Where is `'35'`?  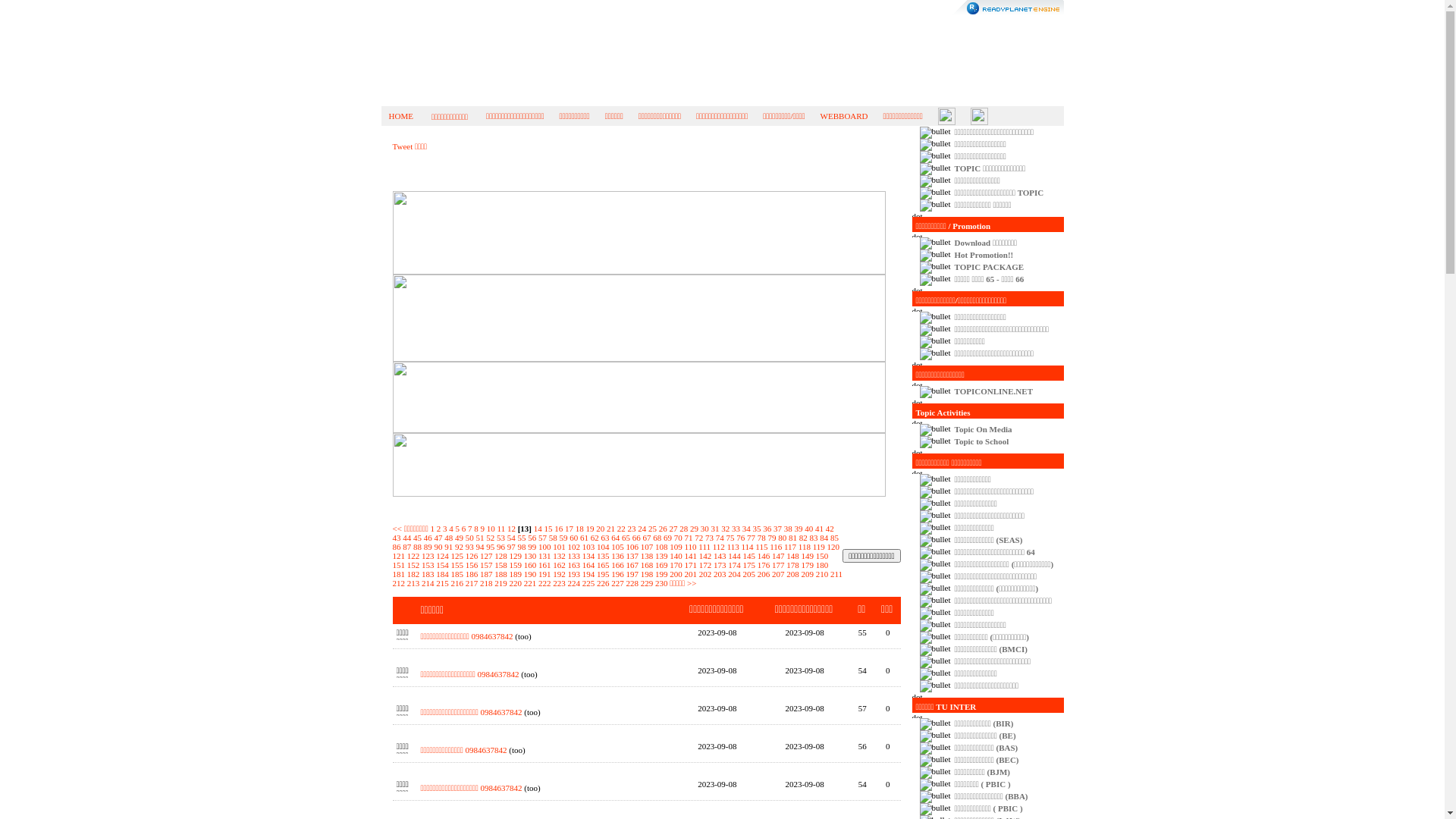
'35' is located at coordinates (756, 528).